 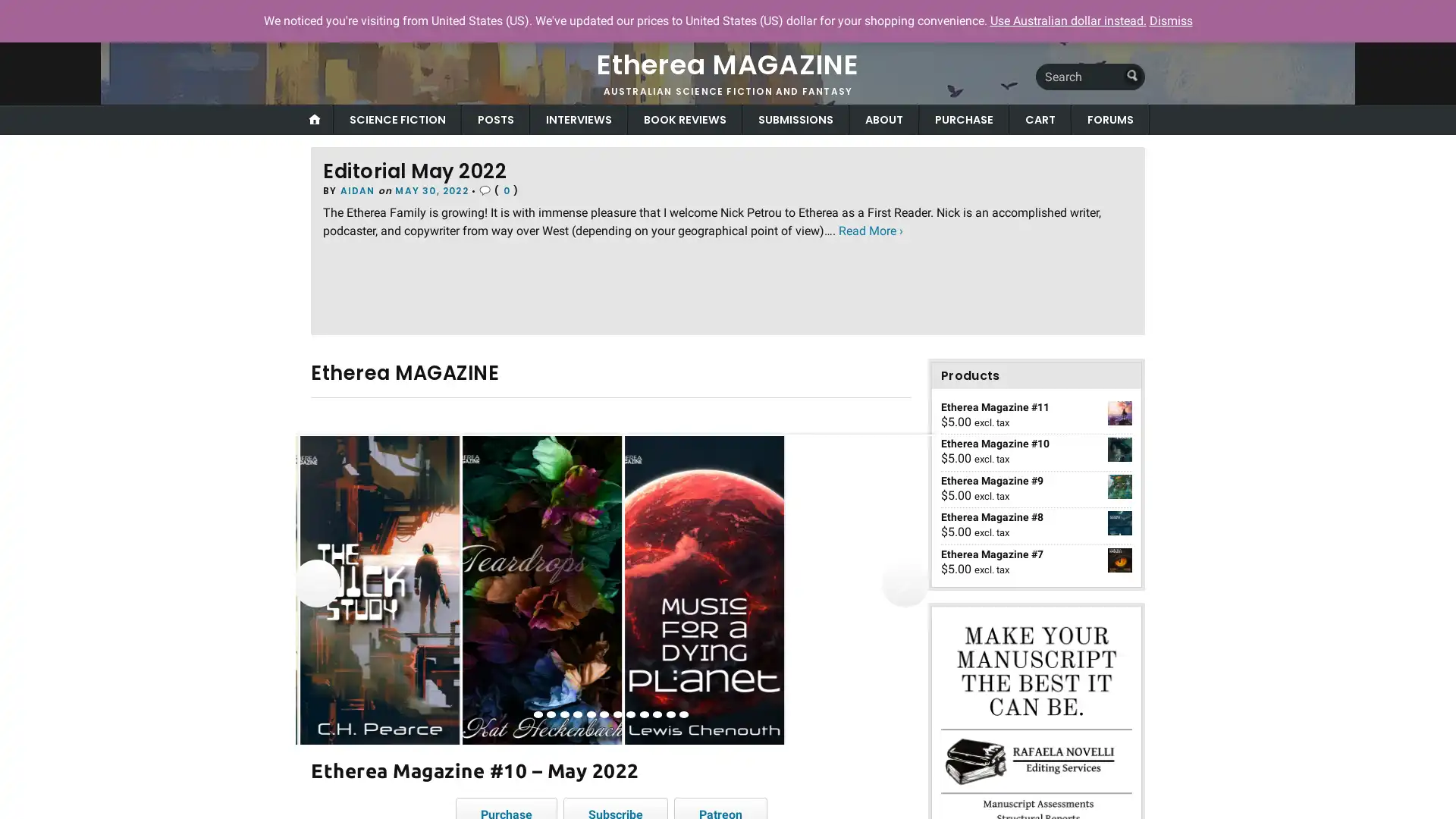 I want to click on view image 9 of 12 in carousel, so click(x=644, y=714).